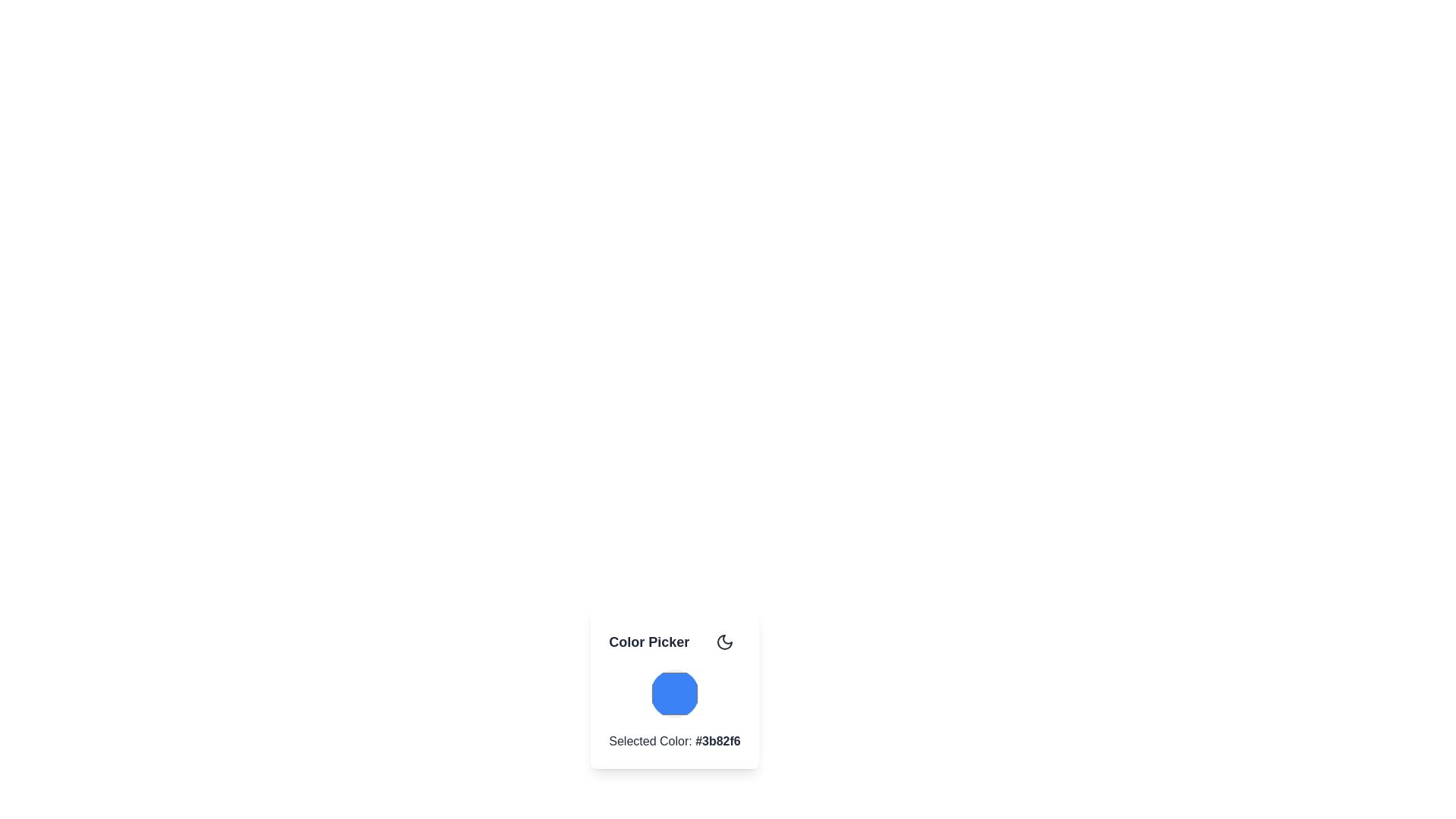  Describe the element at coordinates (724, 642) in the screenshot. I see `the toggle button for dark theme, located to the right of the 'Color Picker' text, by moving the cursor to its center point` at that location.